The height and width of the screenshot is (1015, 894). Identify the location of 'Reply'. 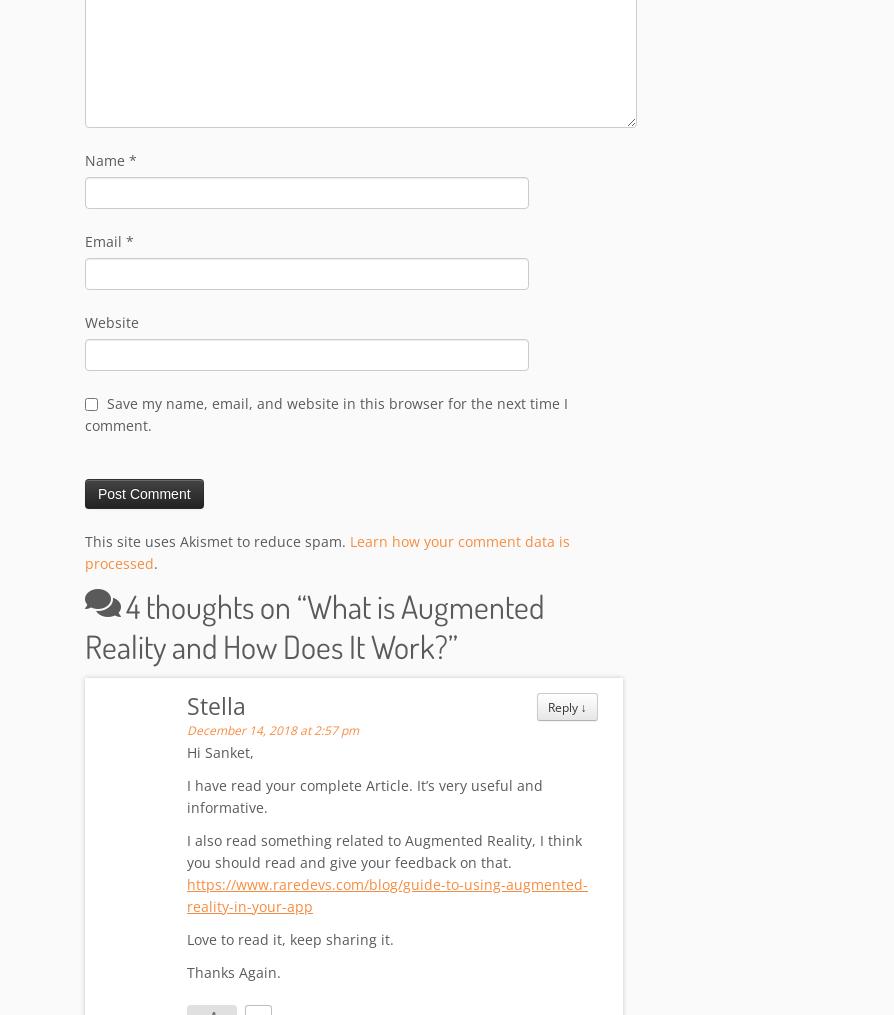
(564, 707).